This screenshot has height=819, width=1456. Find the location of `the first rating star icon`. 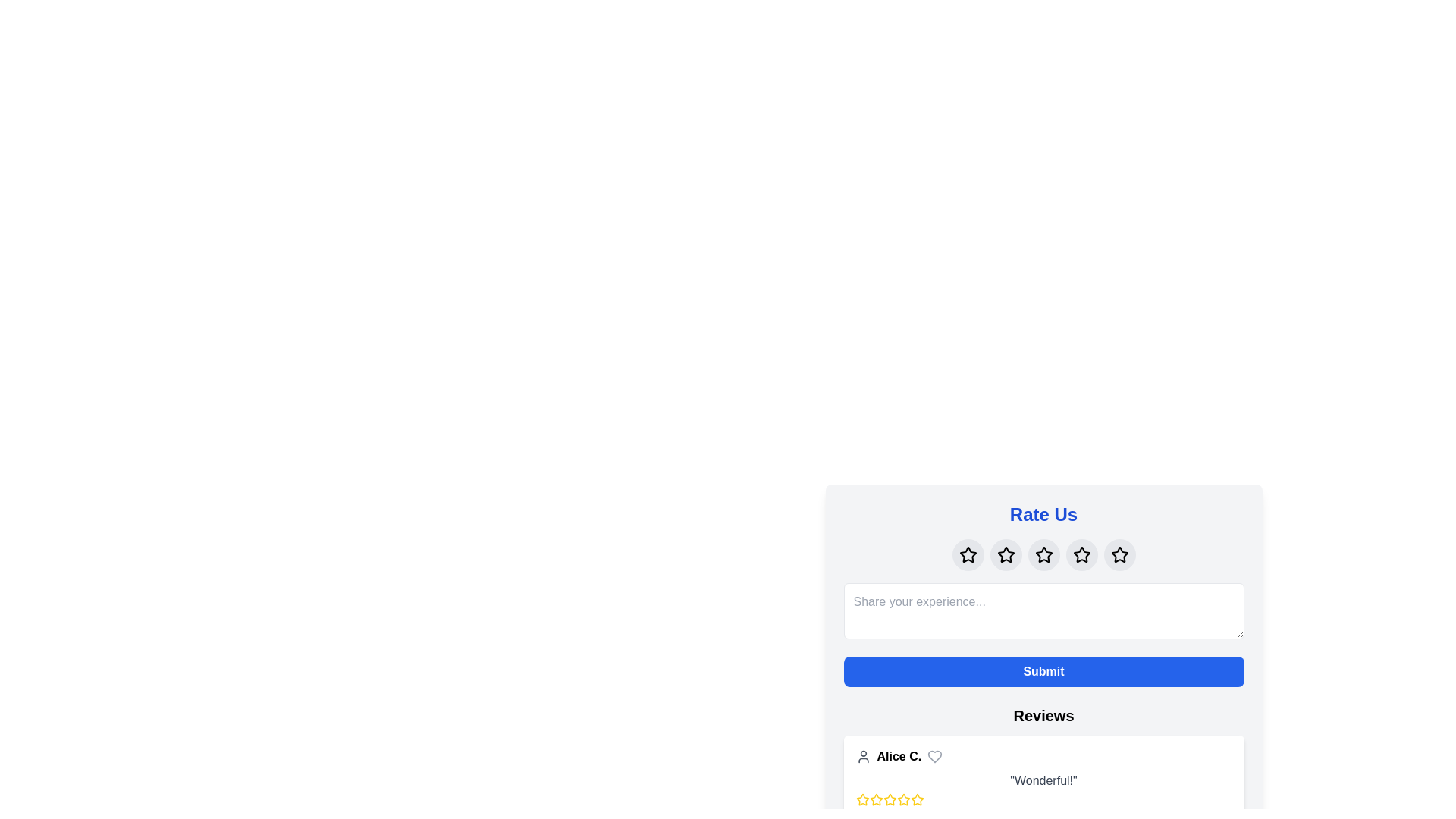

the first rating star icon is located at coordinates (967, 555).